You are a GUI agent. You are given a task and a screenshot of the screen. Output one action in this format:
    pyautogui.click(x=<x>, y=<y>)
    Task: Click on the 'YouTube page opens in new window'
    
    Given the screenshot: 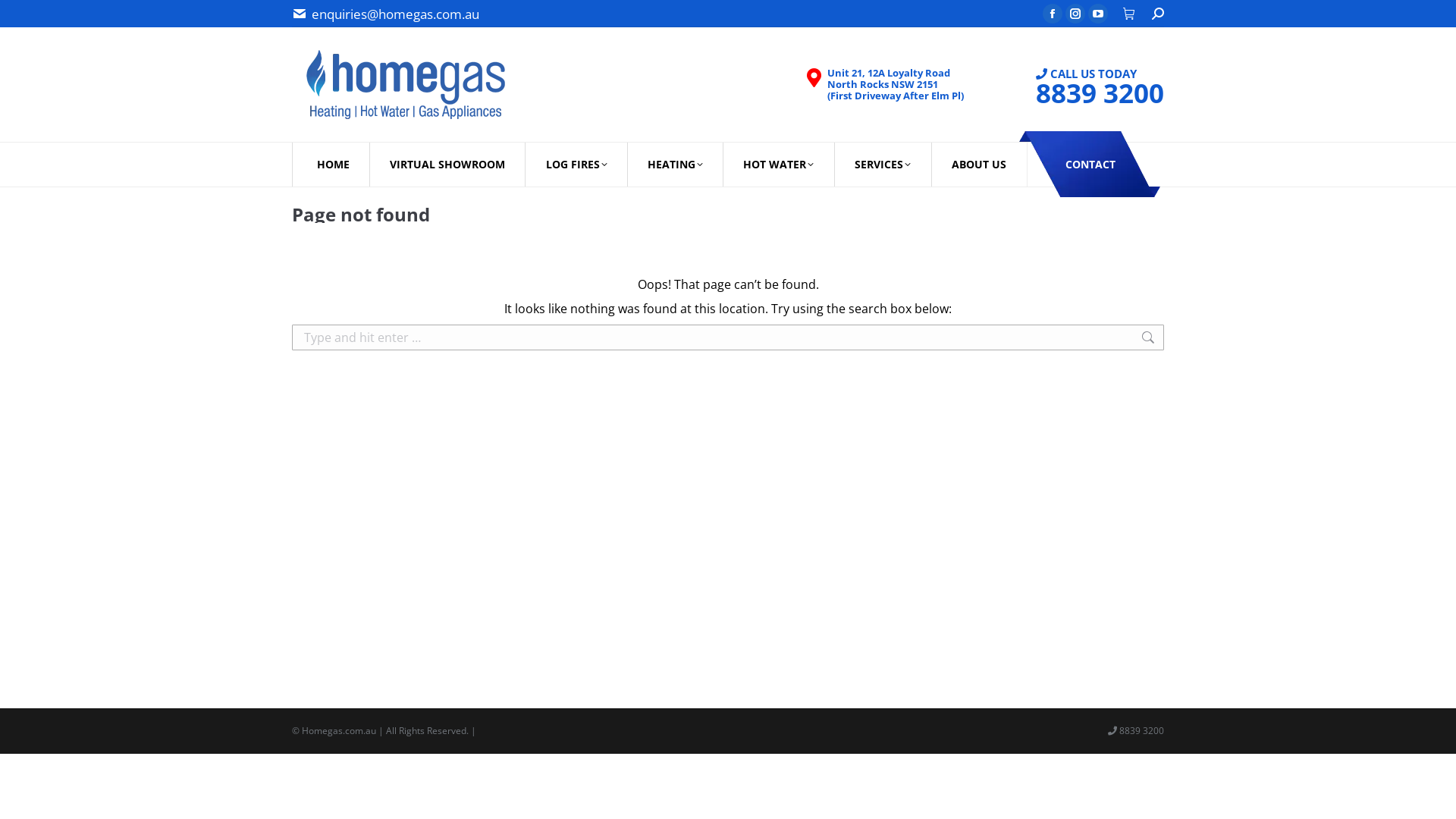 What is the action you would take?
    pyautogui.click(x=1098, y=14)
    